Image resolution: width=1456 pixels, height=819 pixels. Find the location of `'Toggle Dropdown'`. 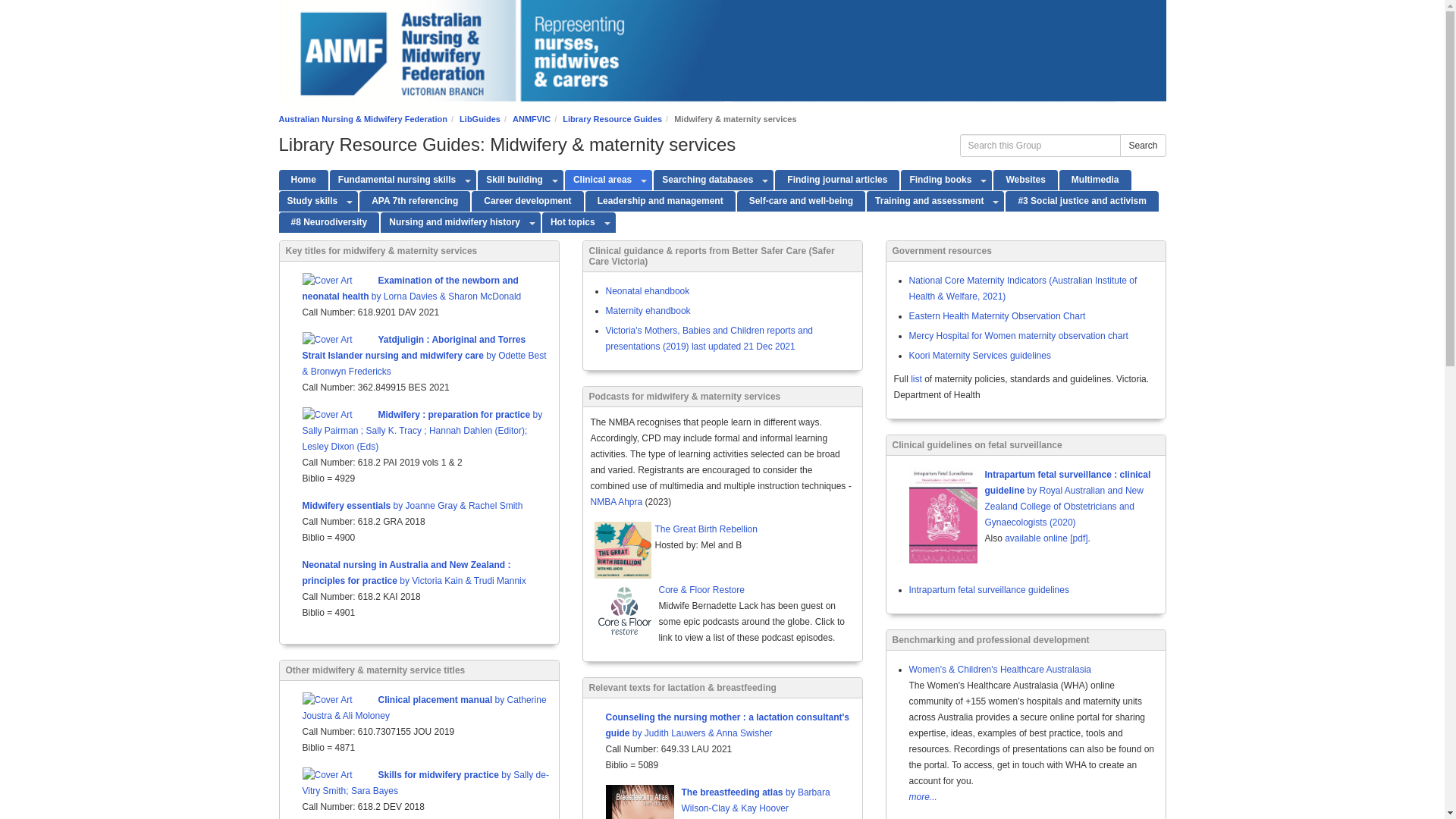

'Toggle Dropdown' is located at coordinates (554, 179).